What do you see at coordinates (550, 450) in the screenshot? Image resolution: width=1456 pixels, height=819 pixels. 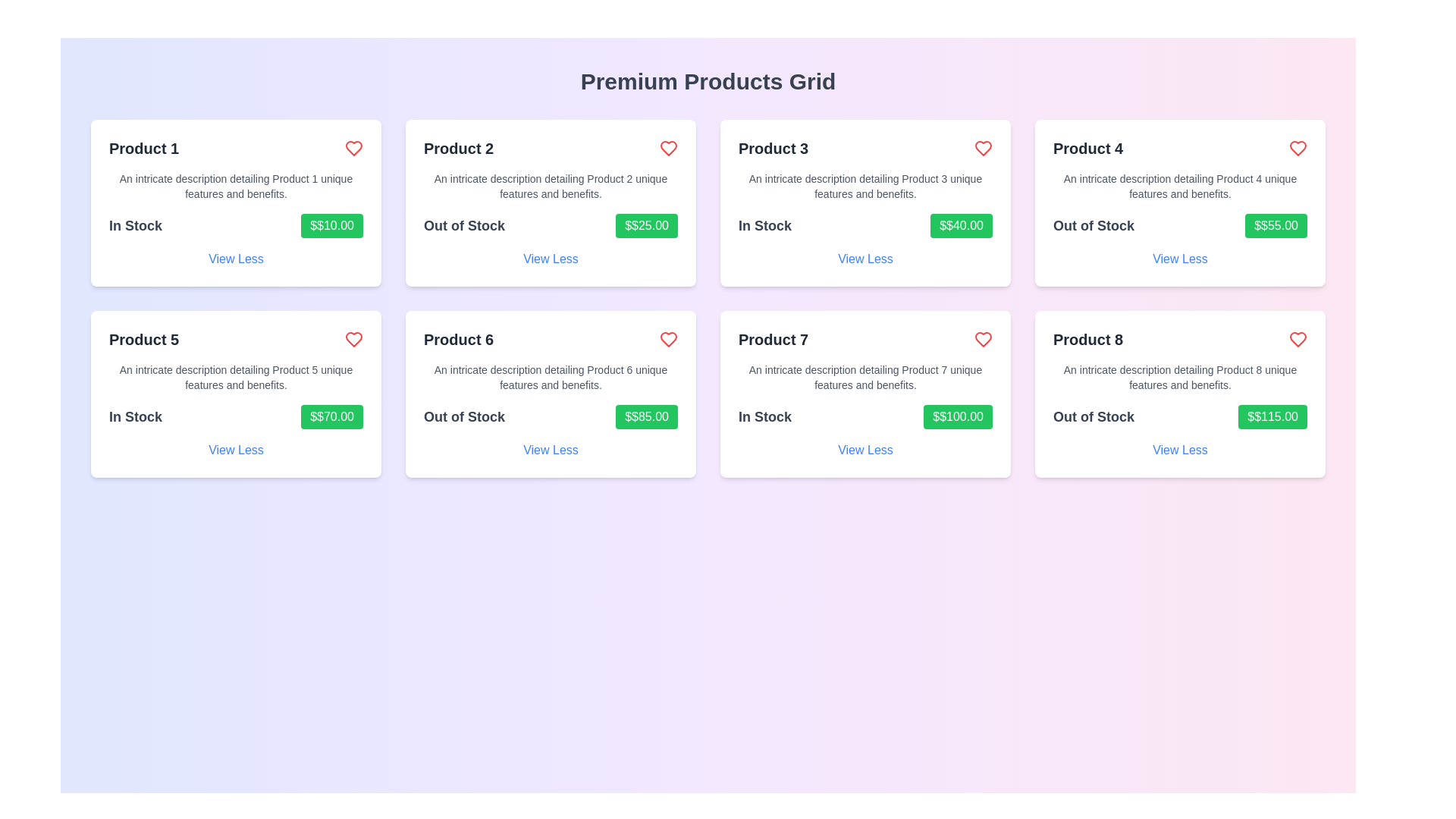 I see `the hyperlink located in the bottom-right section of the 'Product 6' card` at bounding box center [550, 450].